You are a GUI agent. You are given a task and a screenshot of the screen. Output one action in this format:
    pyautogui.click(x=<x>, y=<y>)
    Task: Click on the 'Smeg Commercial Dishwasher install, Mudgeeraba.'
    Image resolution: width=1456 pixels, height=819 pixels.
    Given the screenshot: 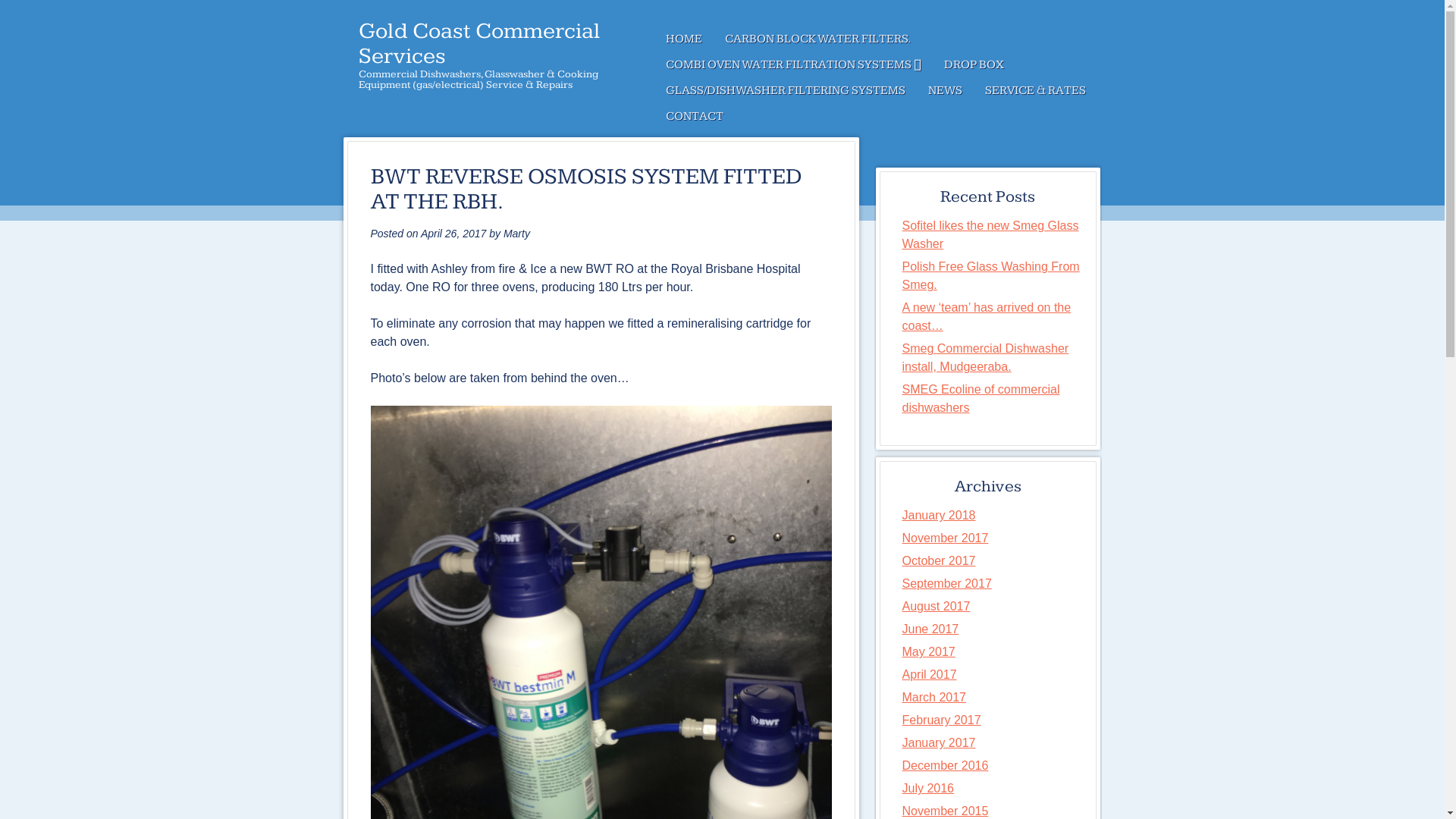 What is the action you would take?
    pyautogui.click(x=986, y=357)
    